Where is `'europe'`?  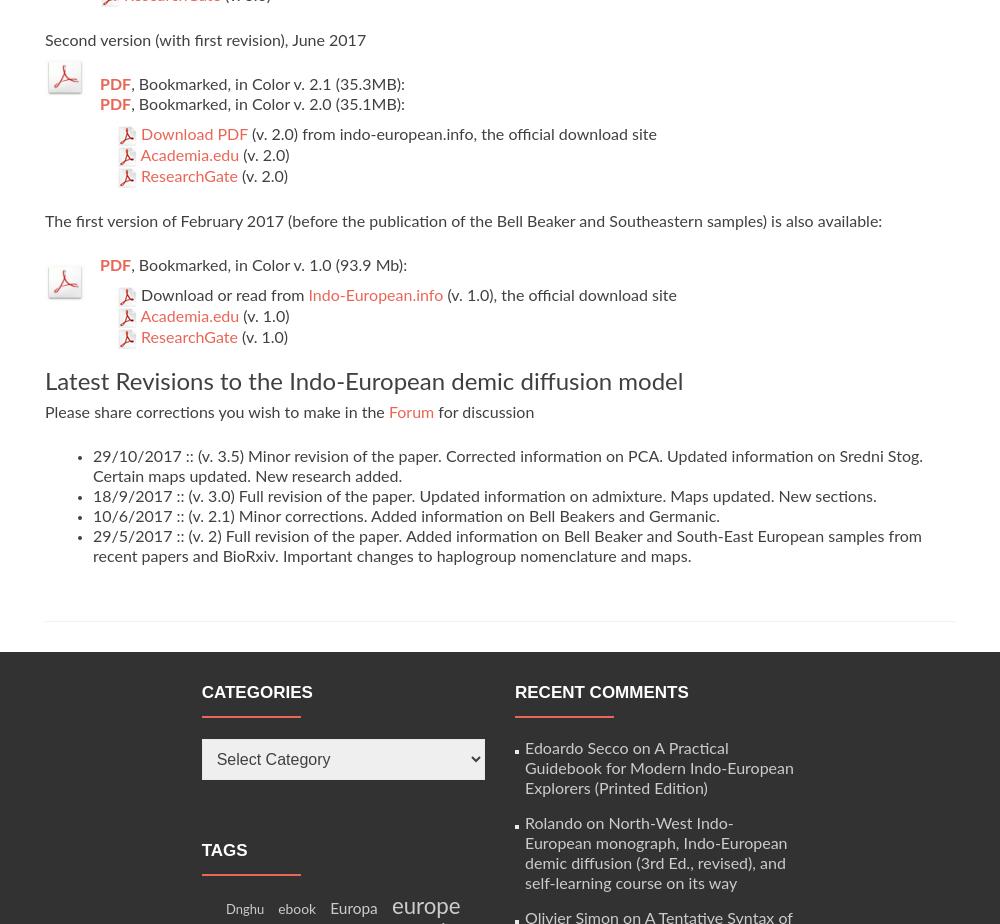 'europe' is located at coordinates (425, 905).